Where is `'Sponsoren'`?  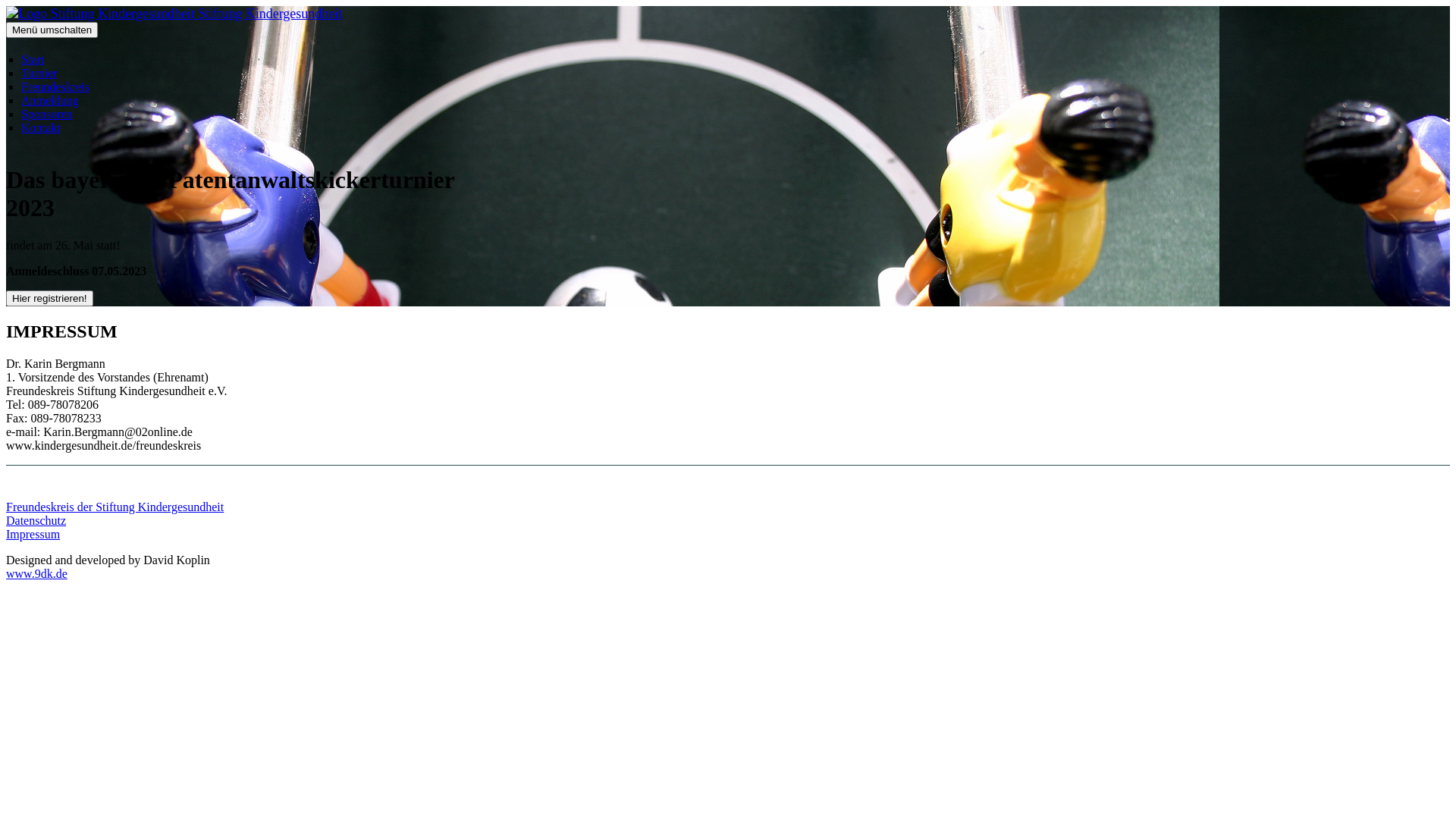 'Sponsoren' is located at coordinates (47, 113).